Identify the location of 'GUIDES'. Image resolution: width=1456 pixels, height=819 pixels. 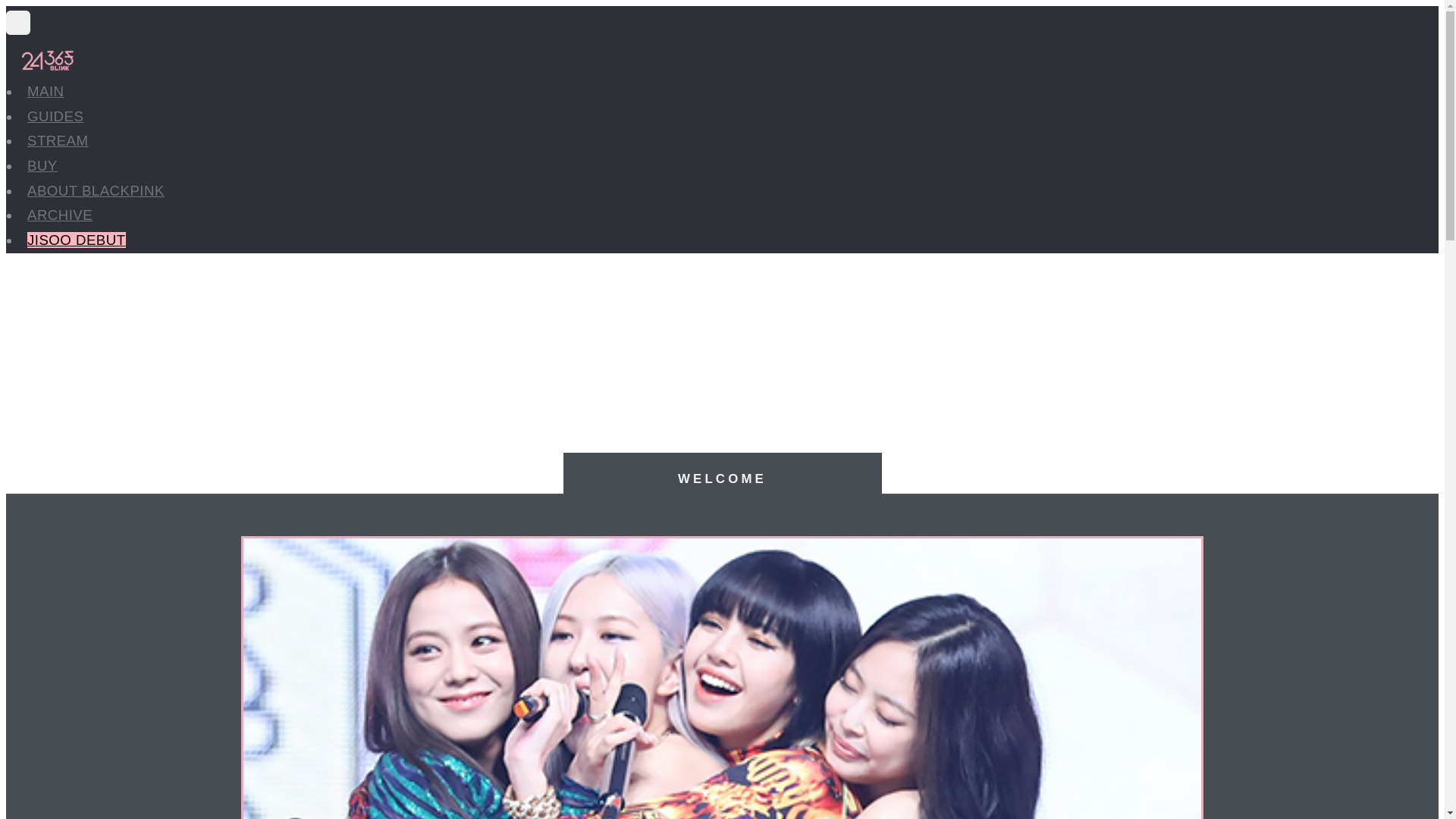
(55, 115).